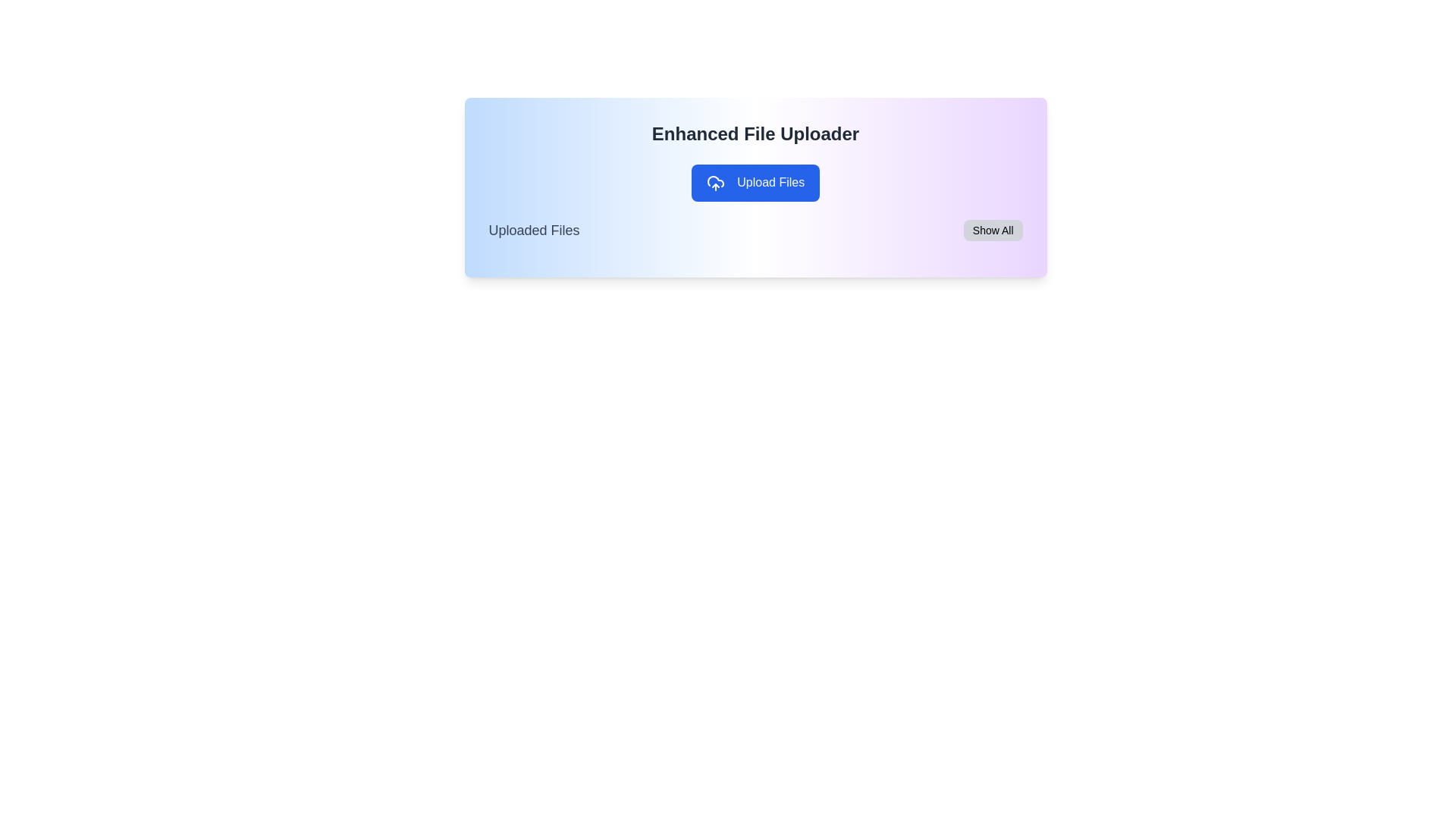 The height and width of the screenshot is (819, 1456). Describe the element at coordinates (755, 182) in the screenshot. I see `the 'Upload Files' button, which has a light blue background that darkens on hover and features a cloud upload icon to the left of the text` at that location.